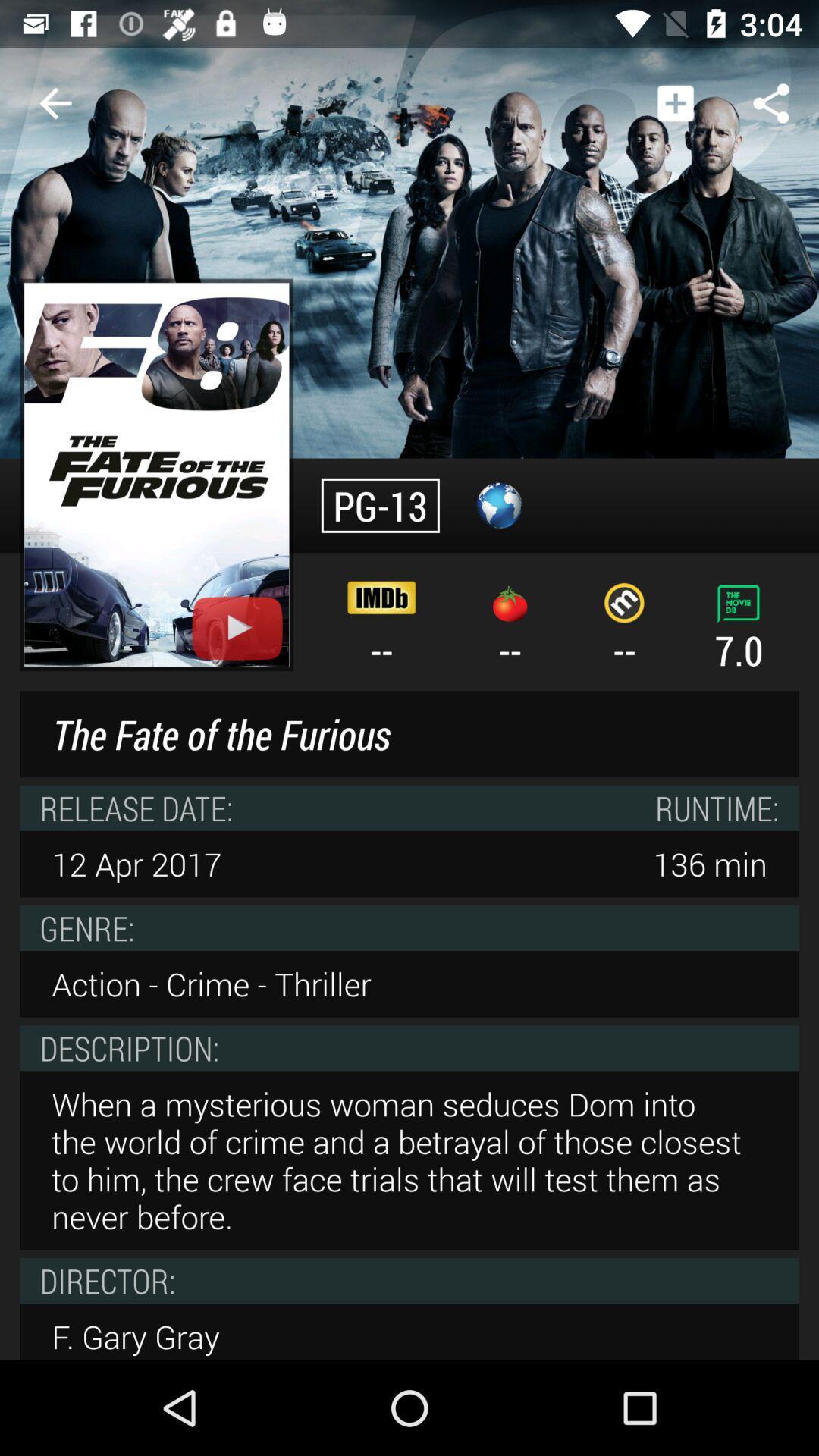 This screenshot has width=819, height=1456. Describe the element at coordinates (156, 474) in the screenshot. I see `poster` at that location.